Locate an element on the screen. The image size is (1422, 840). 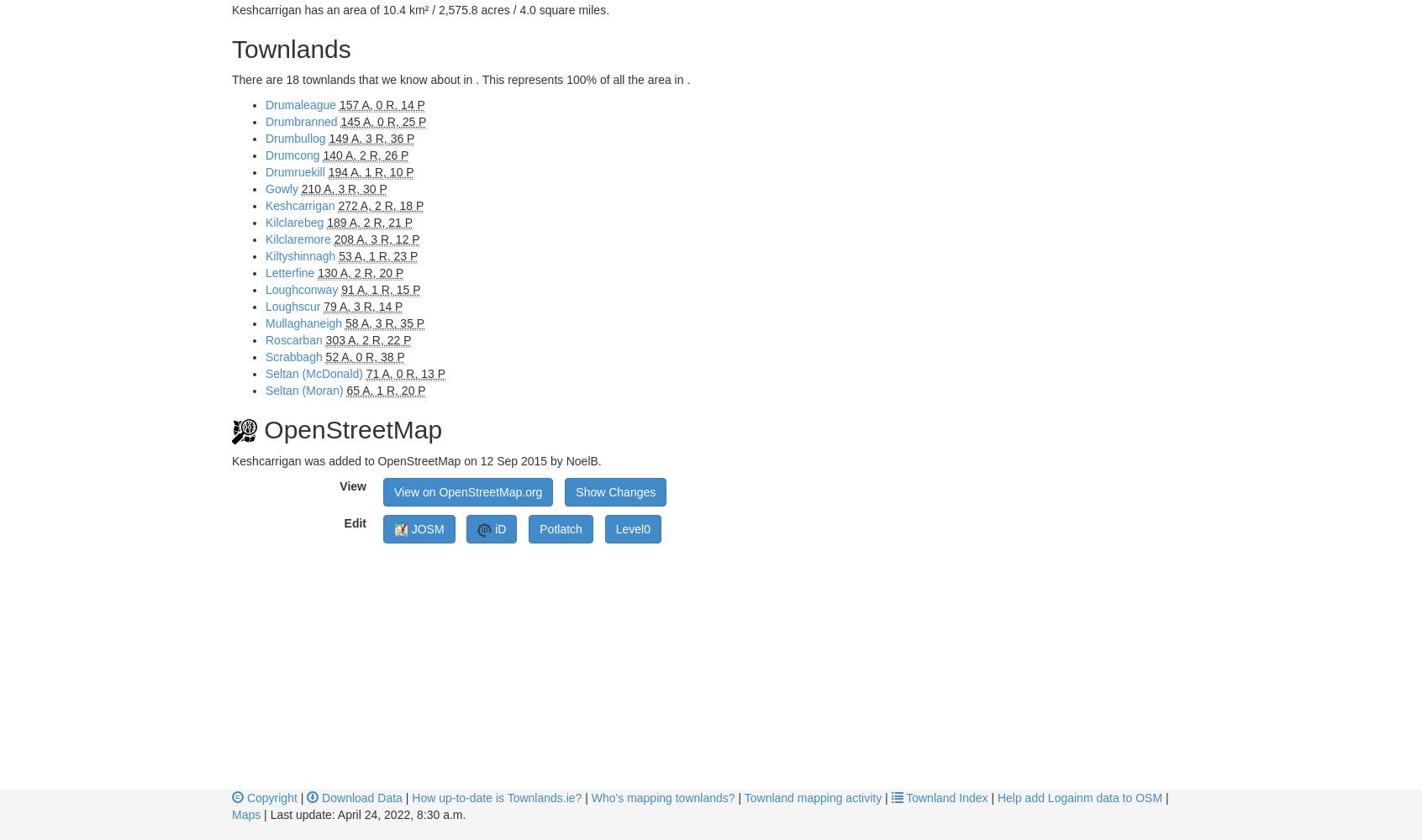
'210 A, 3 R, 30 P' is located at coordinates (343, 188).